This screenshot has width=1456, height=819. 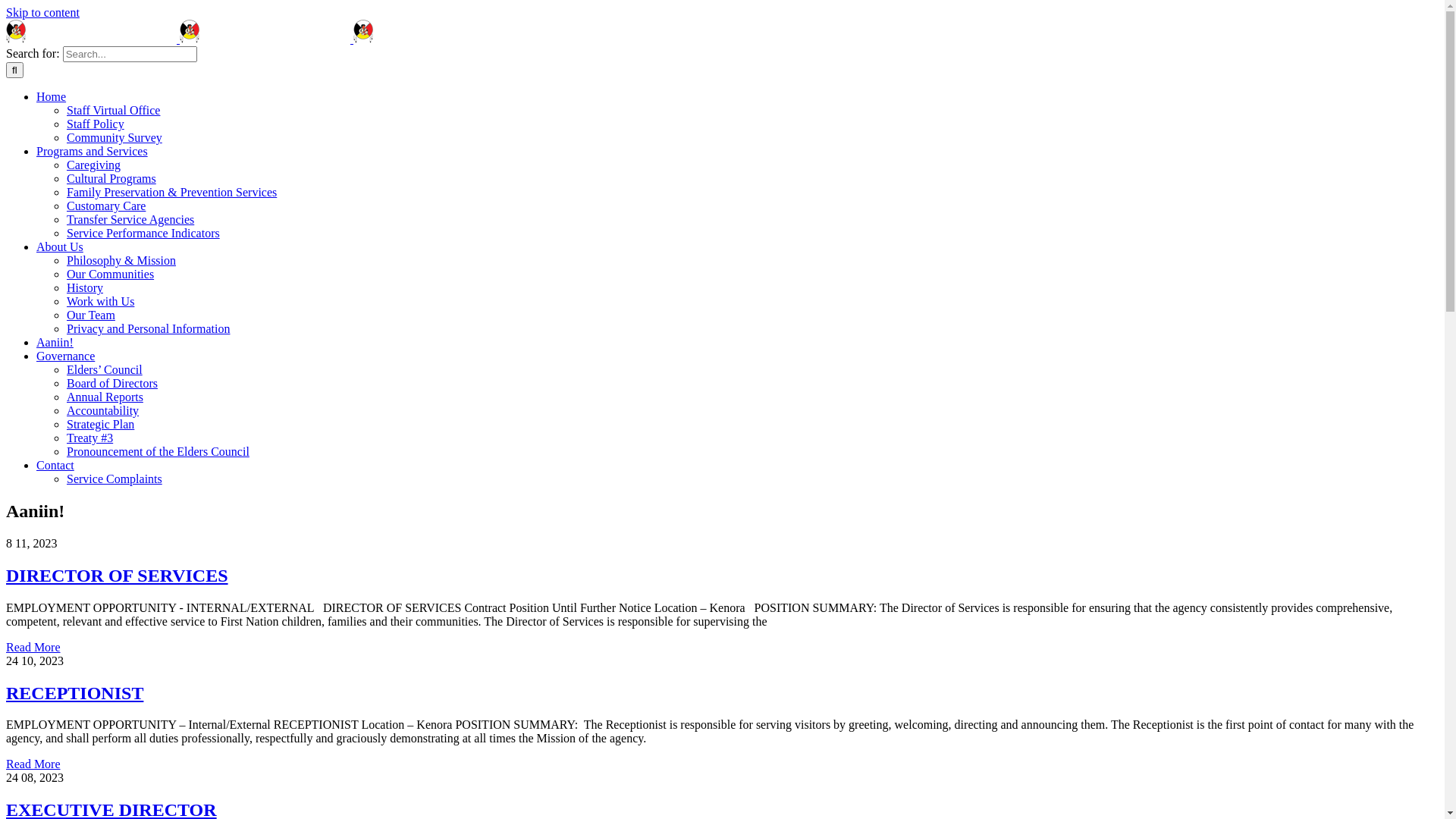 What do you see at coordinates (89, 438) in the screenshot?
I see `'Treaty #3'` at bounding box center [89, 438].